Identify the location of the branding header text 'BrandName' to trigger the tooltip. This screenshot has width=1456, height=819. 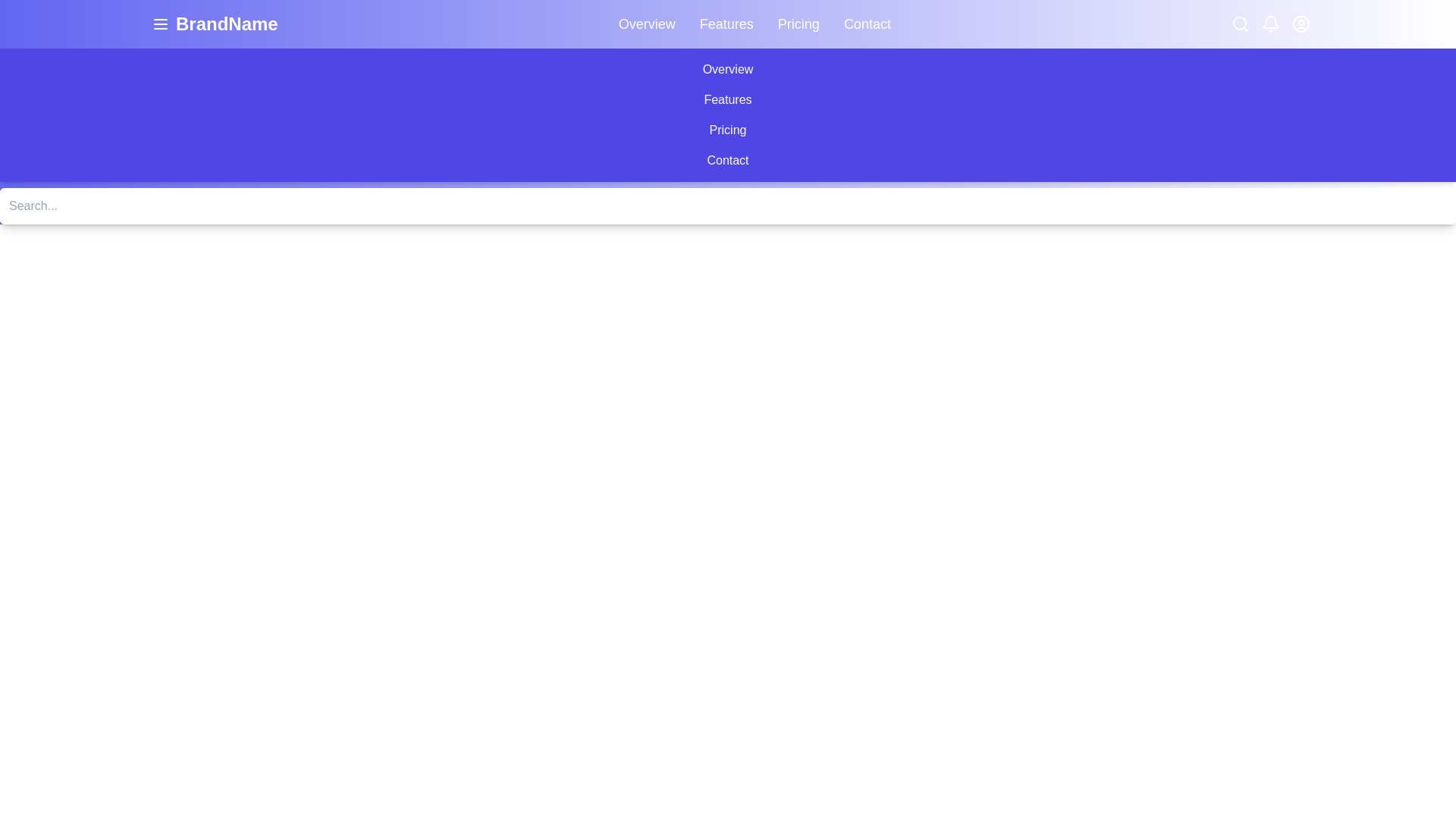
(211, 24).